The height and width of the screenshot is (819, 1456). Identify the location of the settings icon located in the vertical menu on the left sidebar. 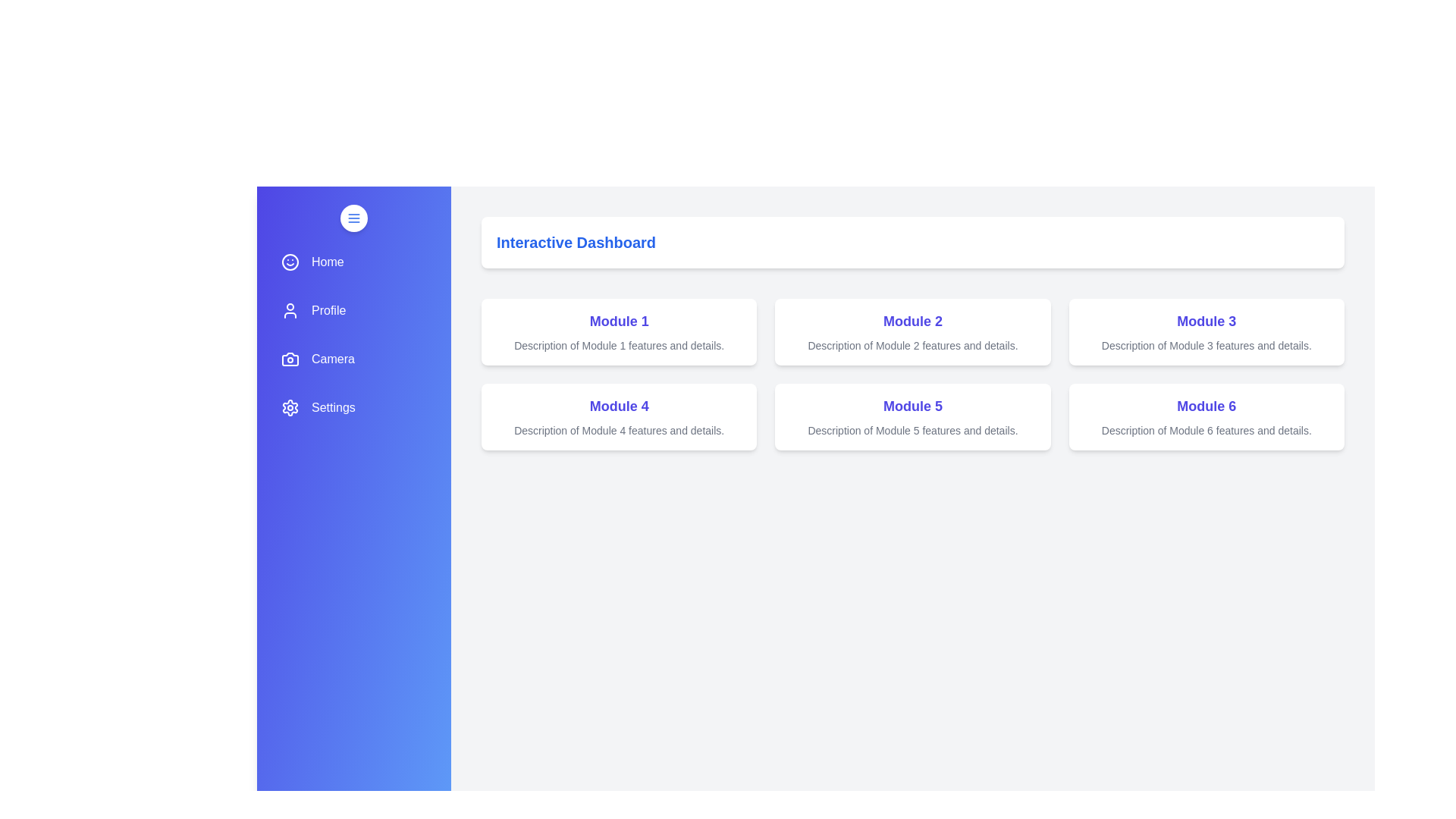
(290, 406).